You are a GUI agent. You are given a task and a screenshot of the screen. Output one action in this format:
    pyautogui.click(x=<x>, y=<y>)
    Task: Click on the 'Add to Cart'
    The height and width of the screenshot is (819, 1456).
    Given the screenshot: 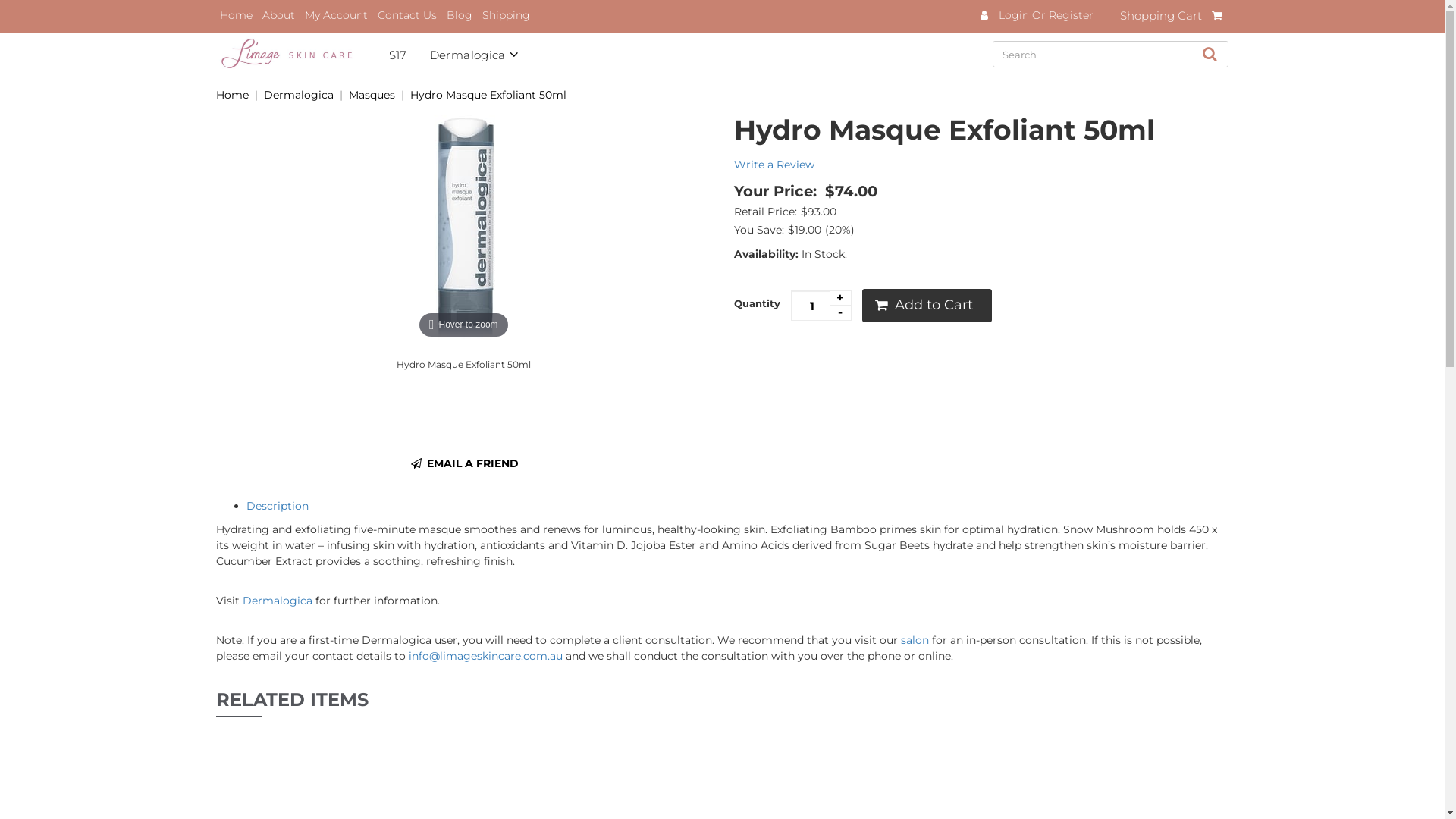 What is the action you would take?
    pyautogui.click(x=925, y=305)
    